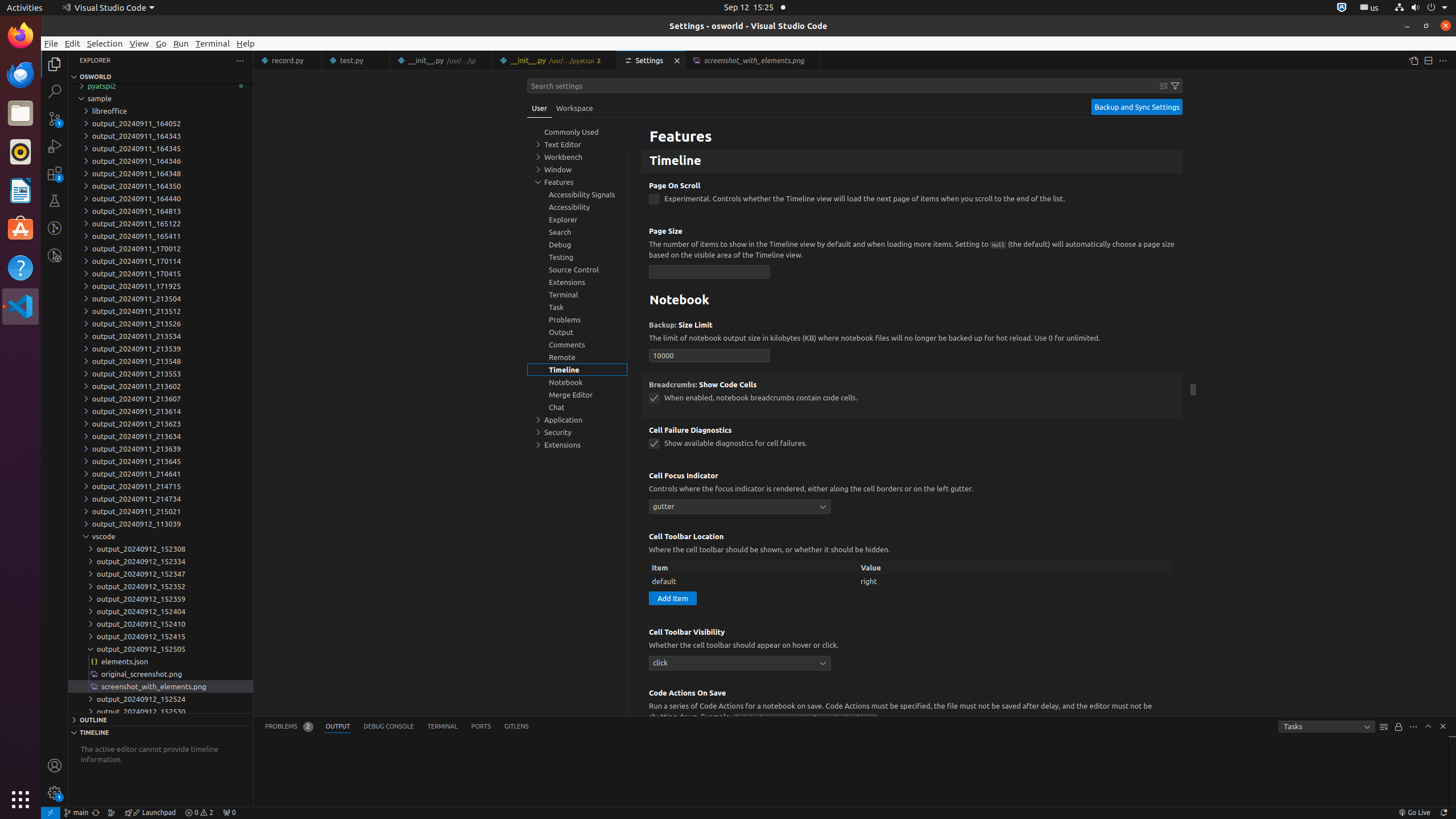 This screenshot has width=1456, height=819. Describe the element at coordinates (577, 243) in the screenshot. I see `'Debug, group'` at that location.